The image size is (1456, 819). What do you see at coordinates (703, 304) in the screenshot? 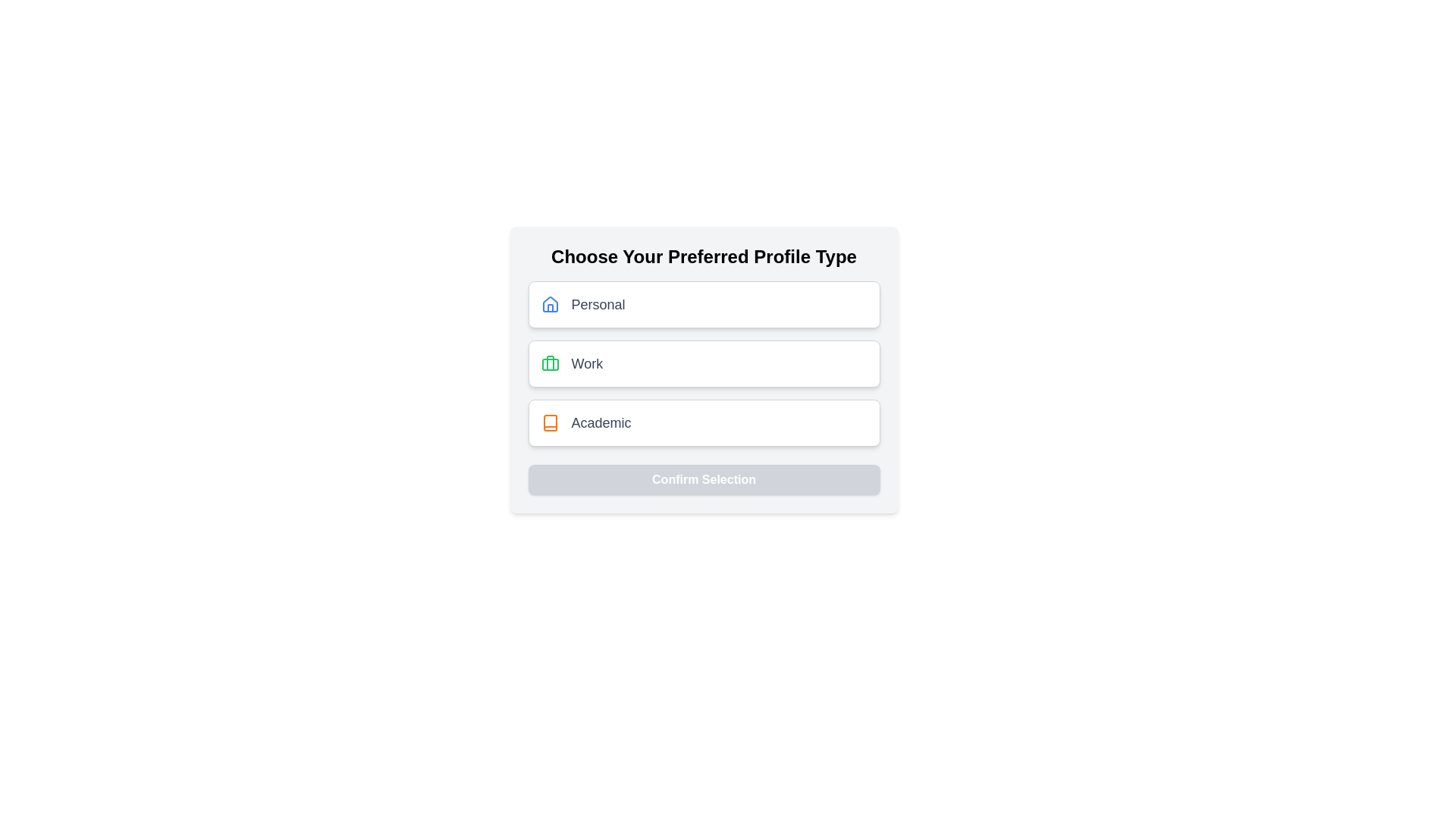
I see `the 'Personal' profile type button, which is the first option in the list of profile types` at bounding box center [703, 304].